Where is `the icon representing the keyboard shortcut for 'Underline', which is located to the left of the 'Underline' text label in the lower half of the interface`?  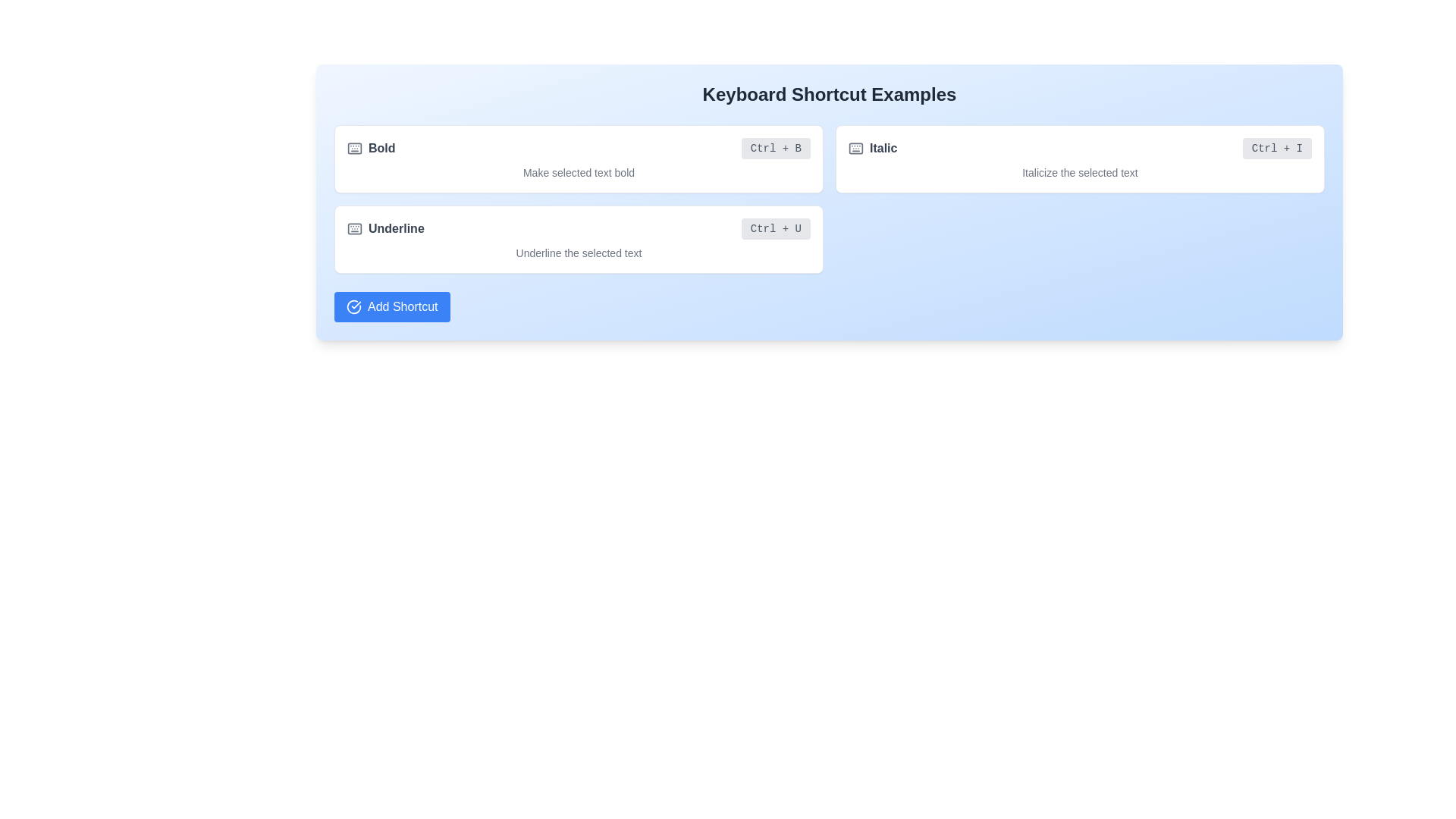
the icon representing the keyboard shortcut for 'Underline', which is located to the left of the 'Underline' text label in the lower half of the interface is located at coordinates (353, 228).